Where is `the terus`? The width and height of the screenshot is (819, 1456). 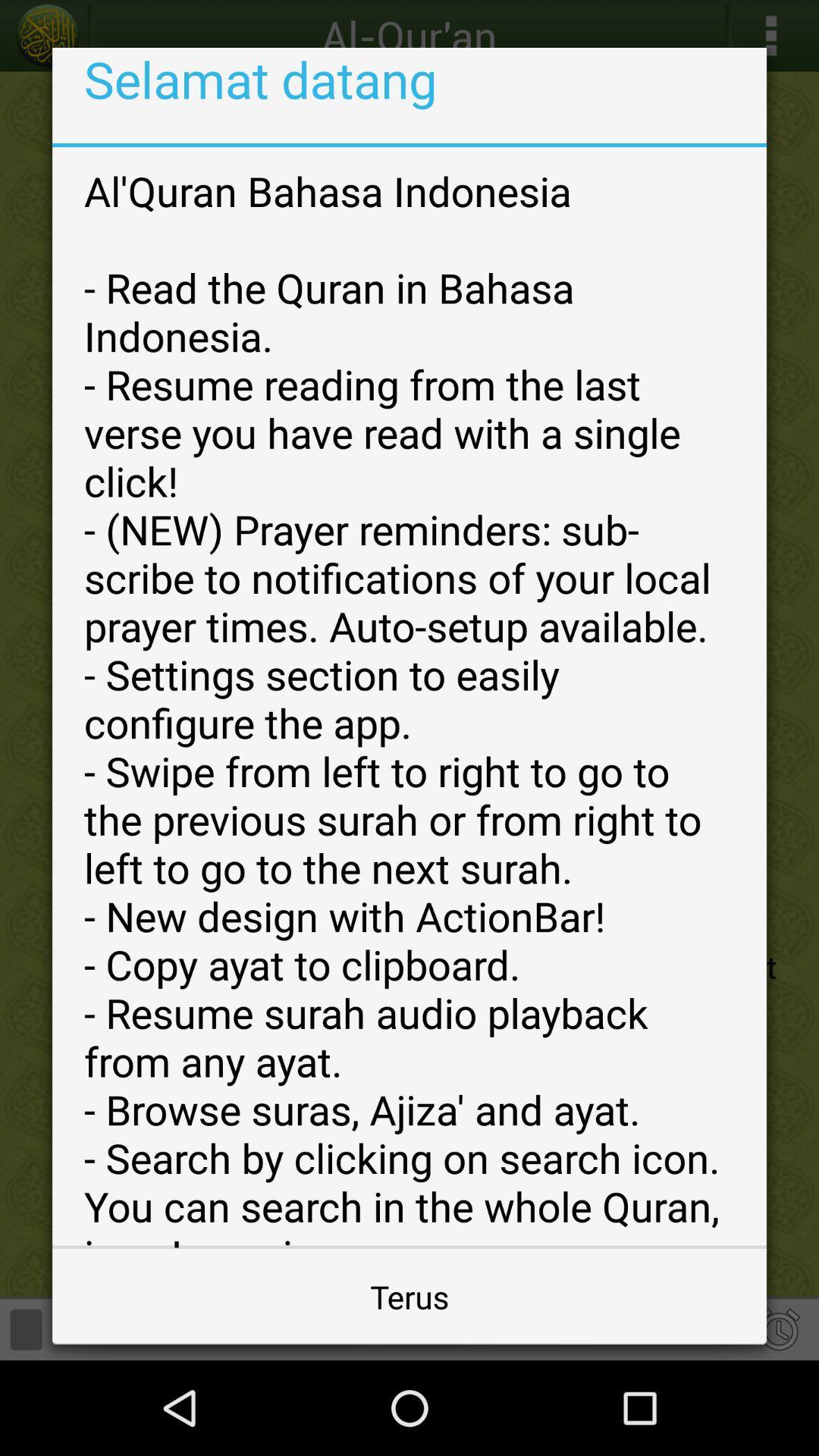
the terus is located at coordinates (409, 1295).